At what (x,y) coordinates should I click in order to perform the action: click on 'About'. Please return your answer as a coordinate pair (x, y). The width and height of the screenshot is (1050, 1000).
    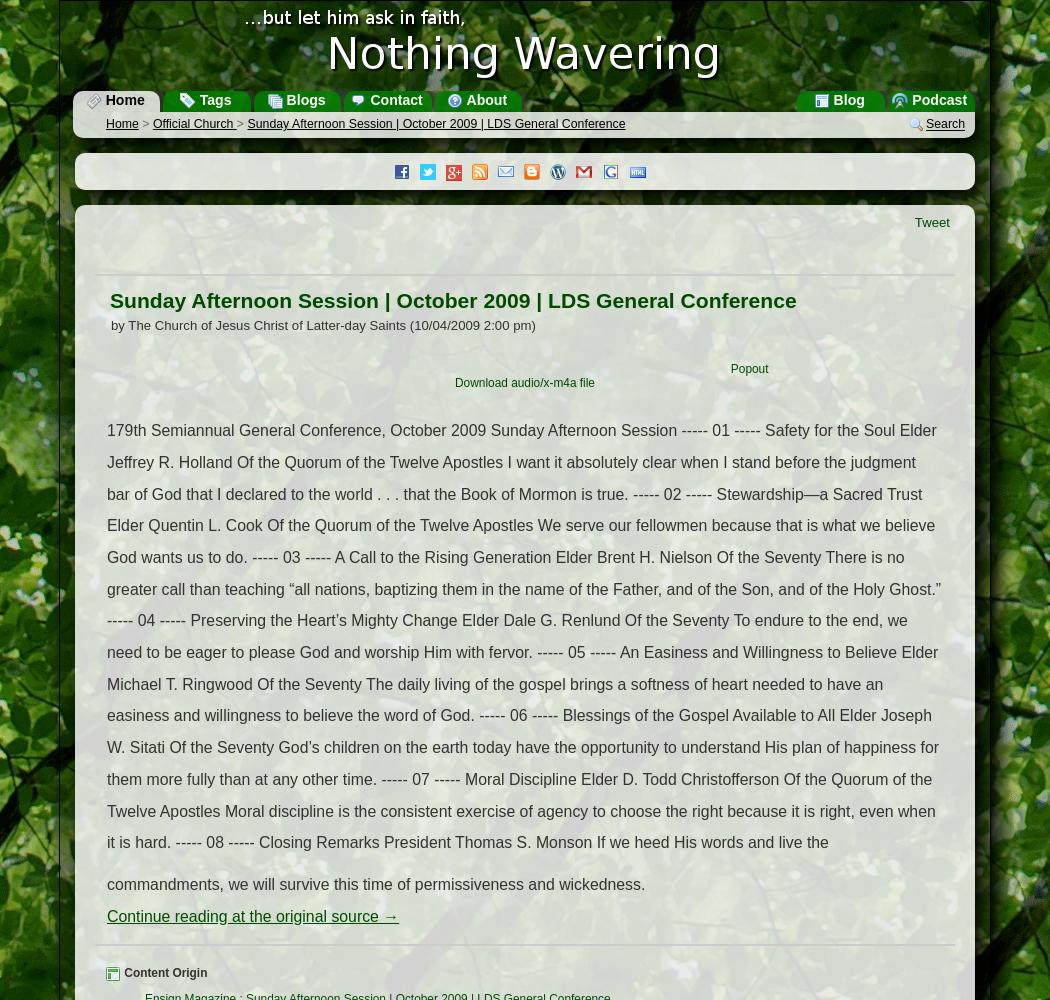
    Looking at the image, I should click on (484, 99).